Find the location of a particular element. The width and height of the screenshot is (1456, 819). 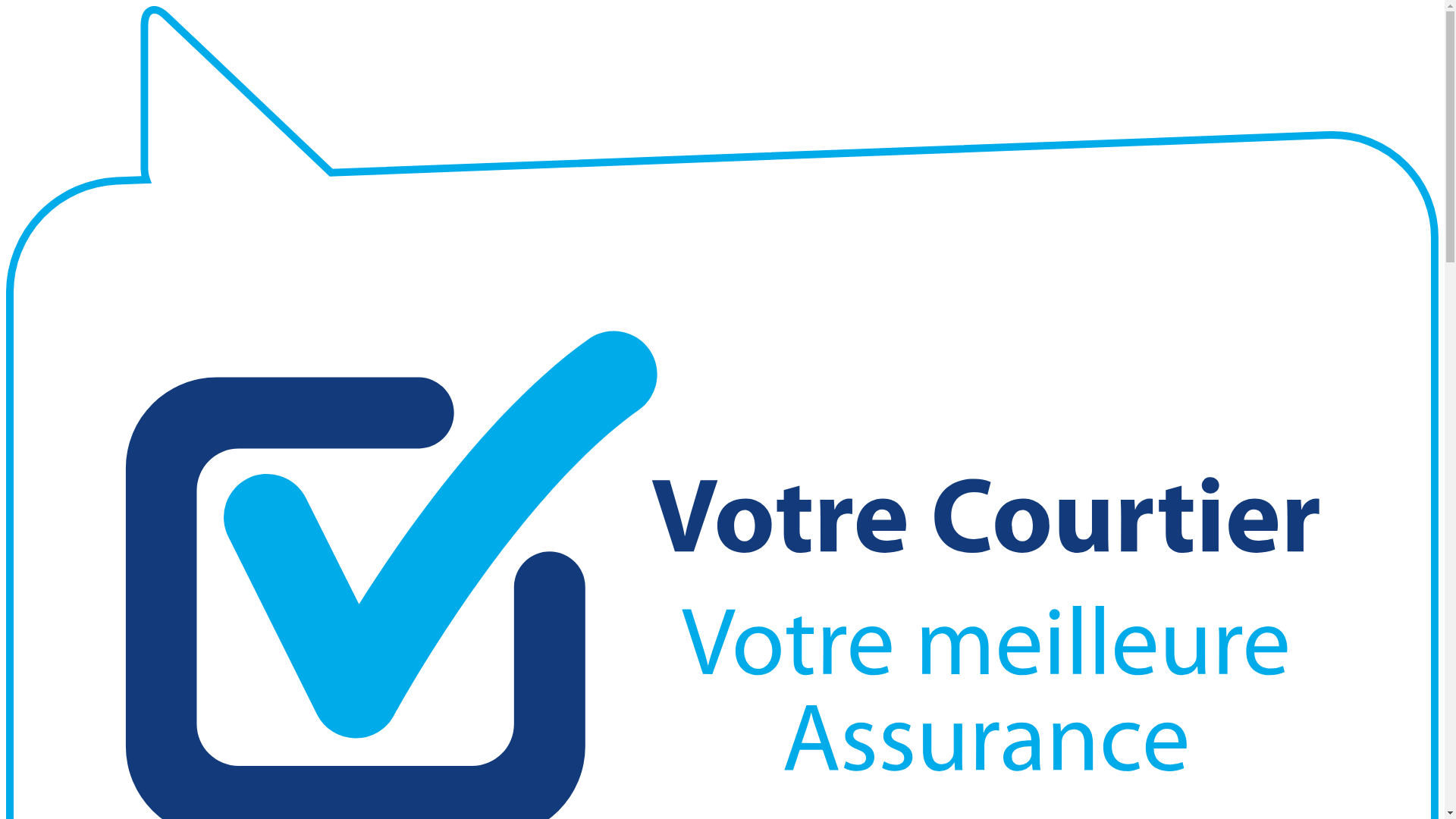

'Aller au contenu principal' is located at coordinates (6, 6).